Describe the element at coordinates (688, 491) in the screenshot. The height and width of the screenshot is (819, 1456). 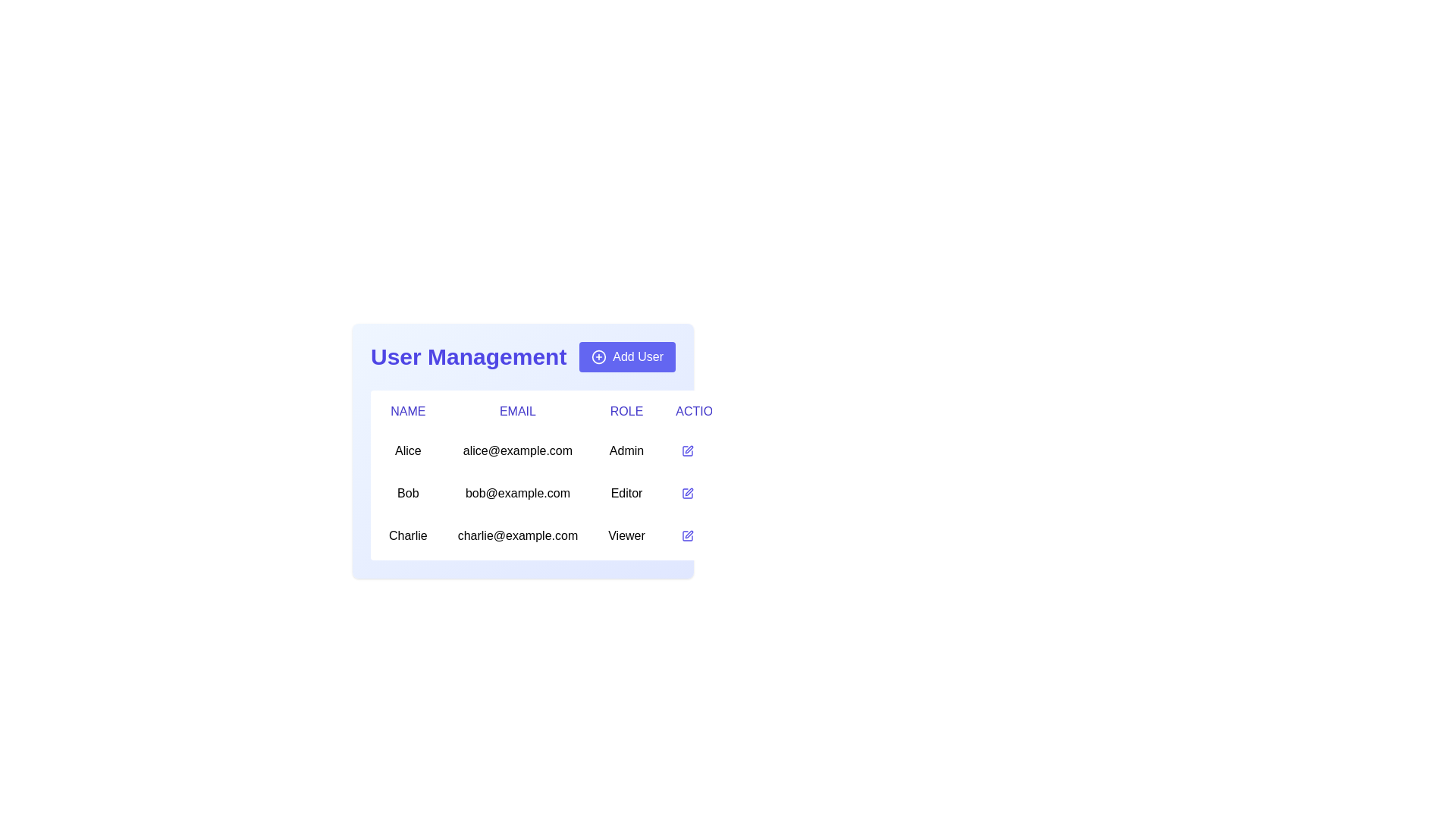
I see `the pen-like icon in the 'Action' column of the user management interface for the second user, Bob` at that location.